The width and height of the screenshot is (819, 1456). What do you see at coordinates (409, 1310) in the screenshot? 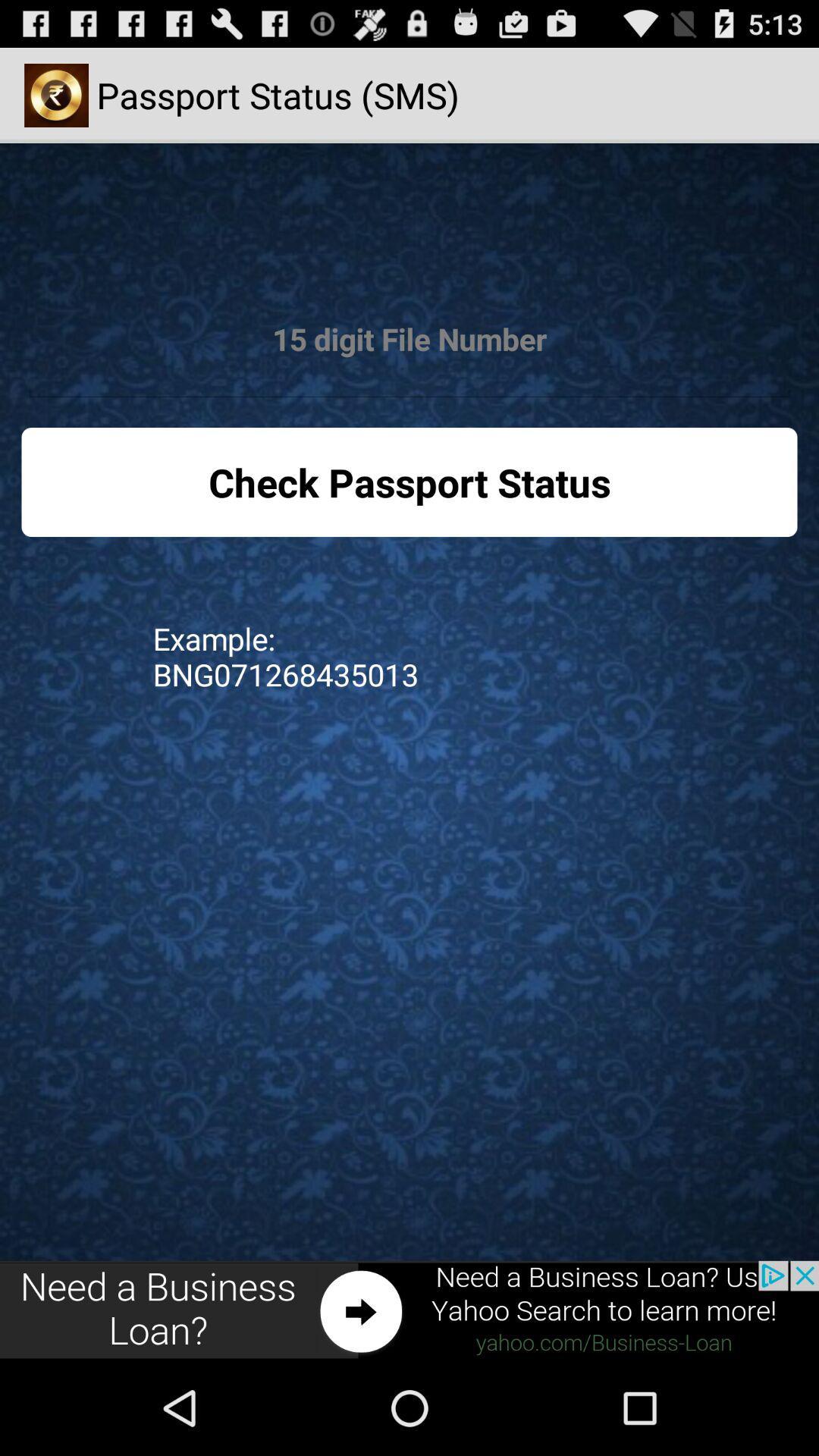
I see `business loan add` at bounding box center [409, 1310].